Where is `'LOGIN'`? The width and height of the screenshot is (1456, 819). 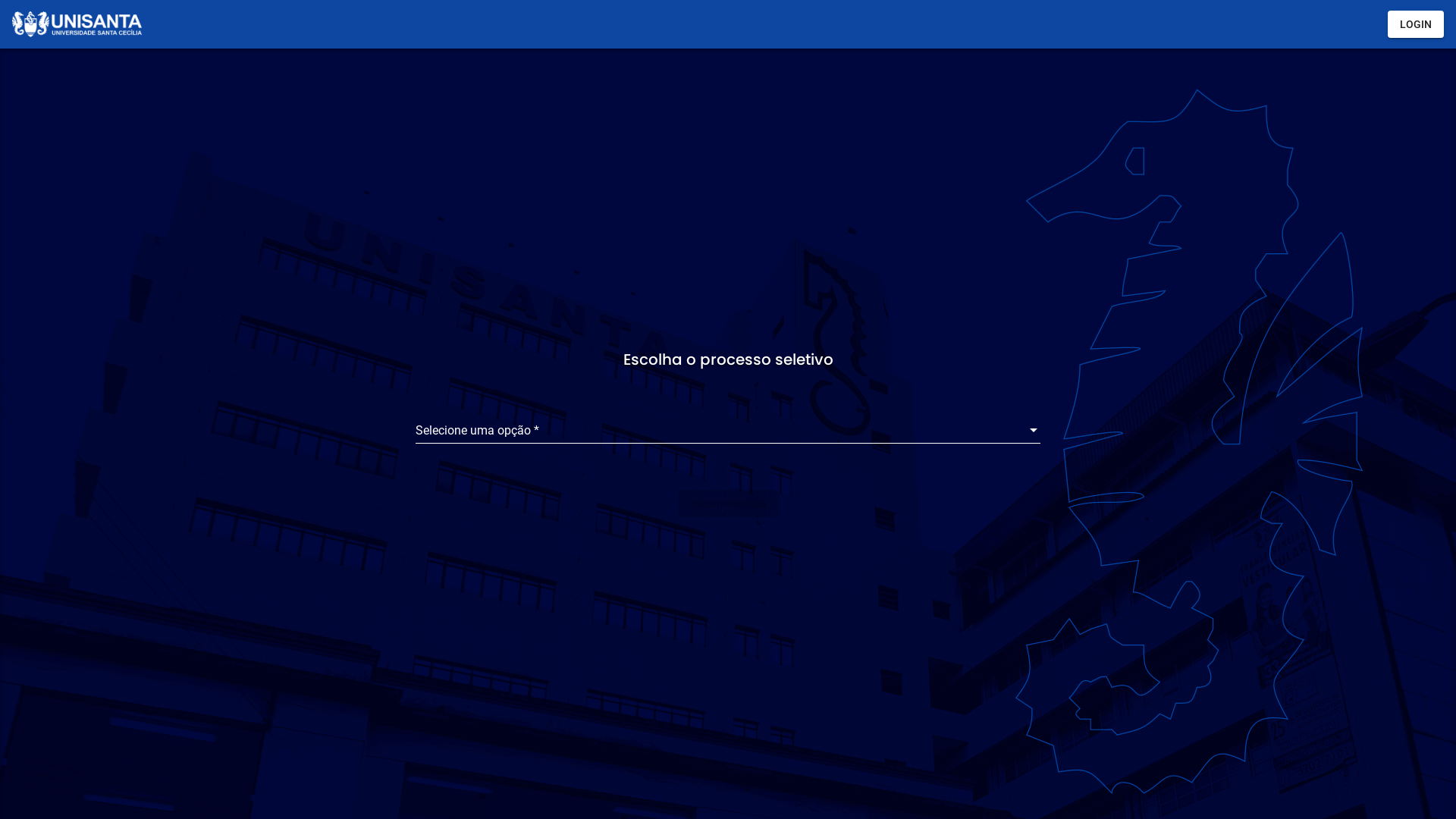 'LOGIN' is located at coordinates (1415, 24).